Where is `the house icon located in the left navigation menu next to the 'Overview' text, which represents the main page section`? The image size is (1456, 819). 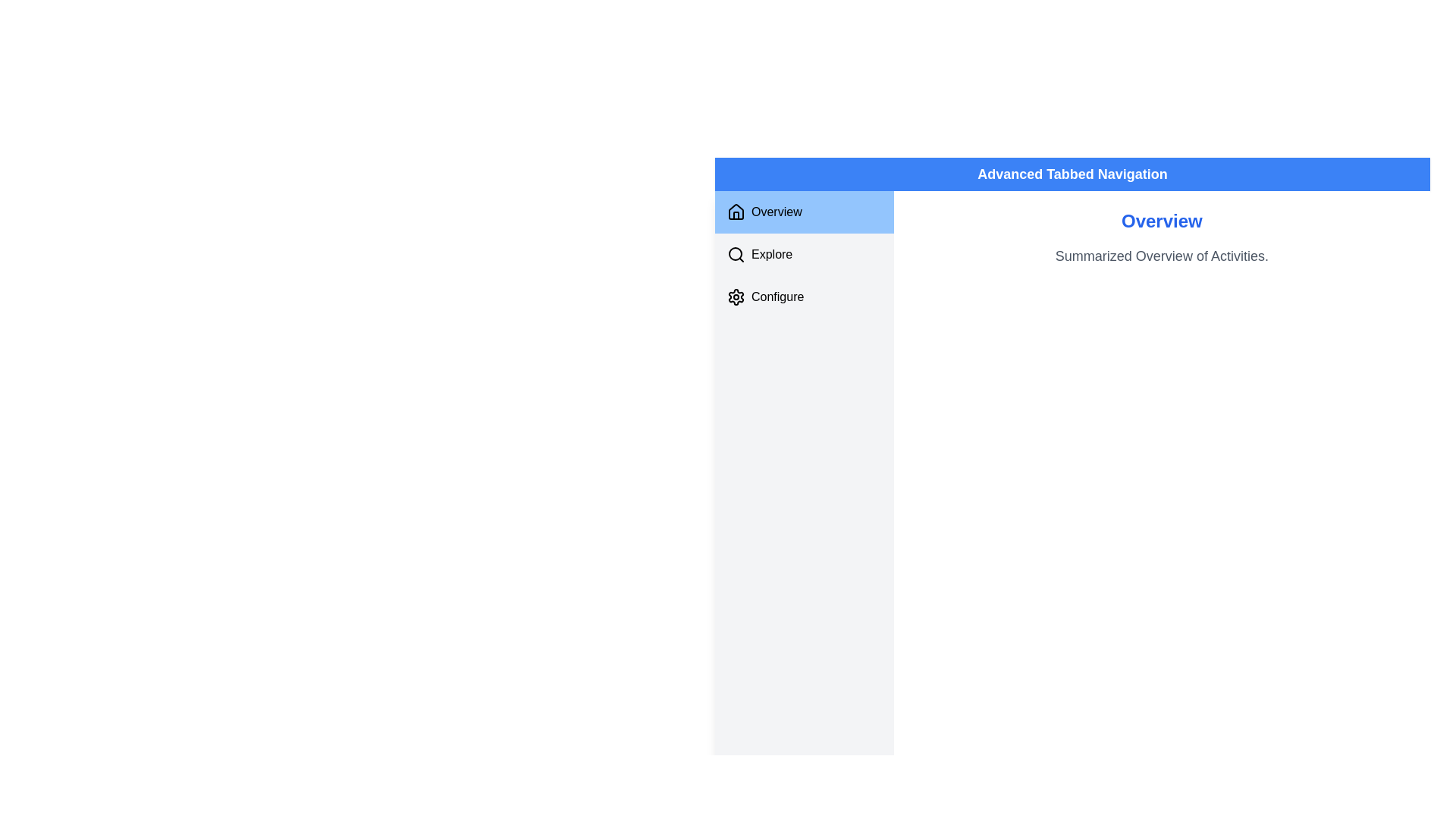 the house icon located in the left navigation menu next to the 'Overview' text, which represents the main page section is located at coordinates (736, 211).